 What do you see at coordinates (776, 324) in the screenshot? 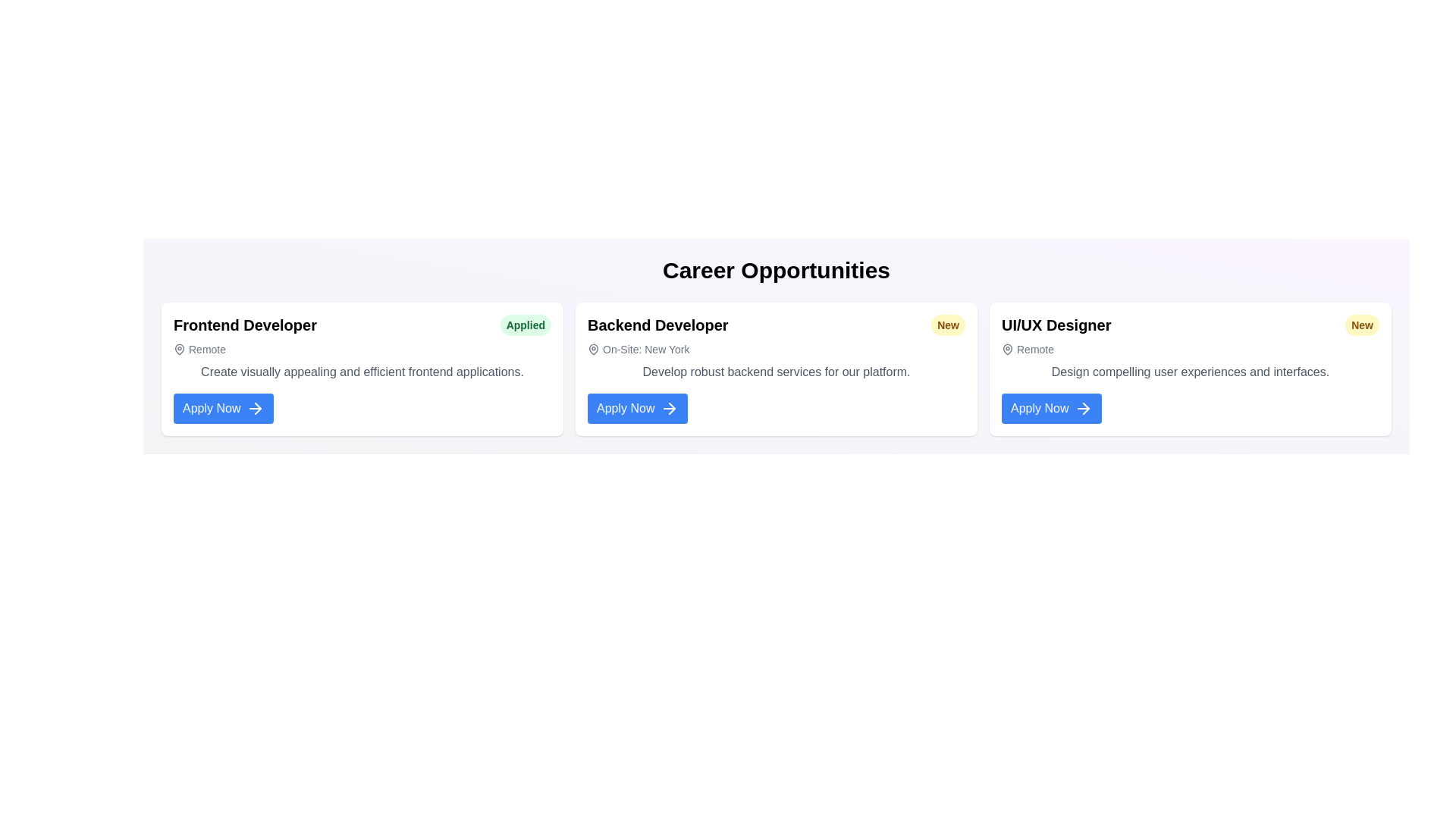
I see `the Descriptive Label with Badge displaying the job title 'Backend Developer' and the status label 'New' located in the central section of the UI` at bounding box center [776, 324].